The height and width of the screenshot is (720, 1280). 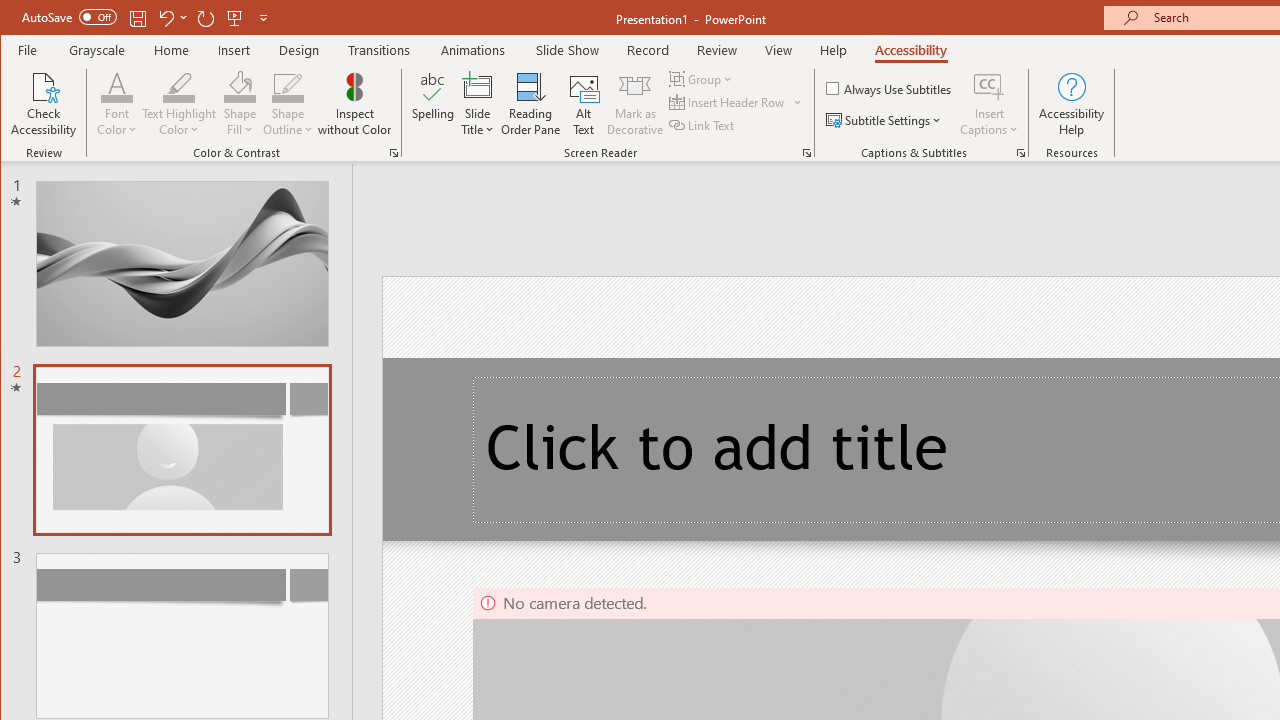 I want to click on 'Grayscale', so click(x=96, y=49).